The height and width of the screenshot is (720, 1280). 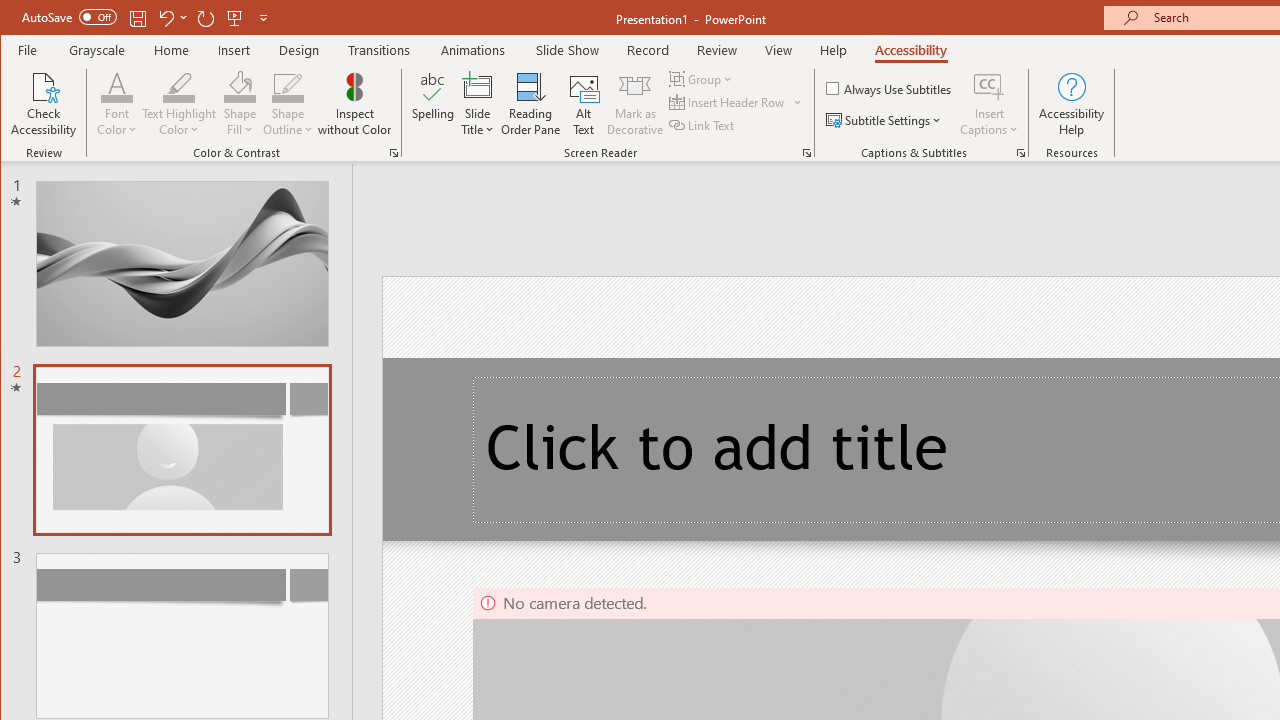 I want to click on 'Grayscale', so click(x=96, y=49).